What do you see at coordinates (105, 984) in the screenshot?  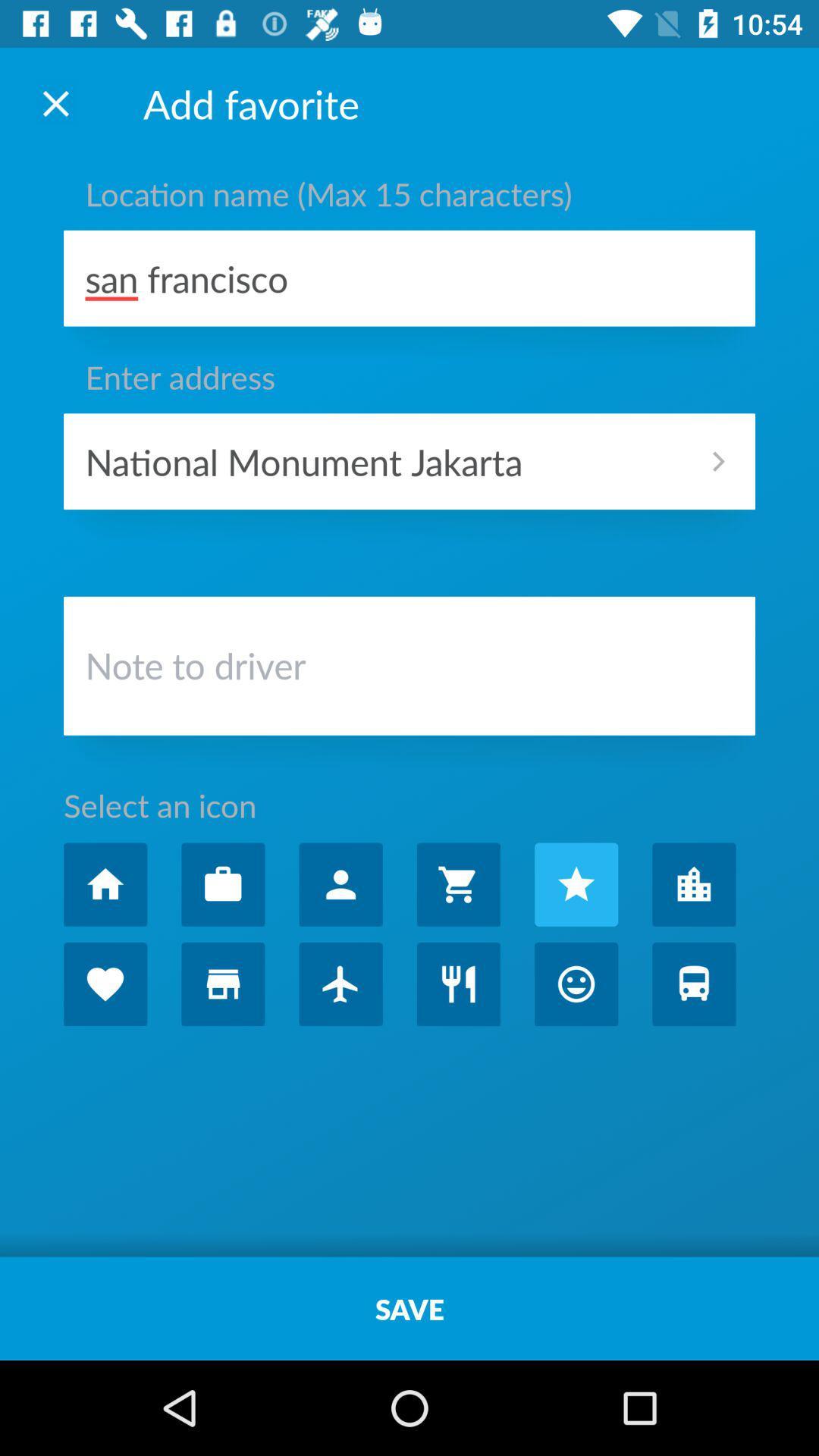 I see `the heart icon` at bounding box center [105, 984].